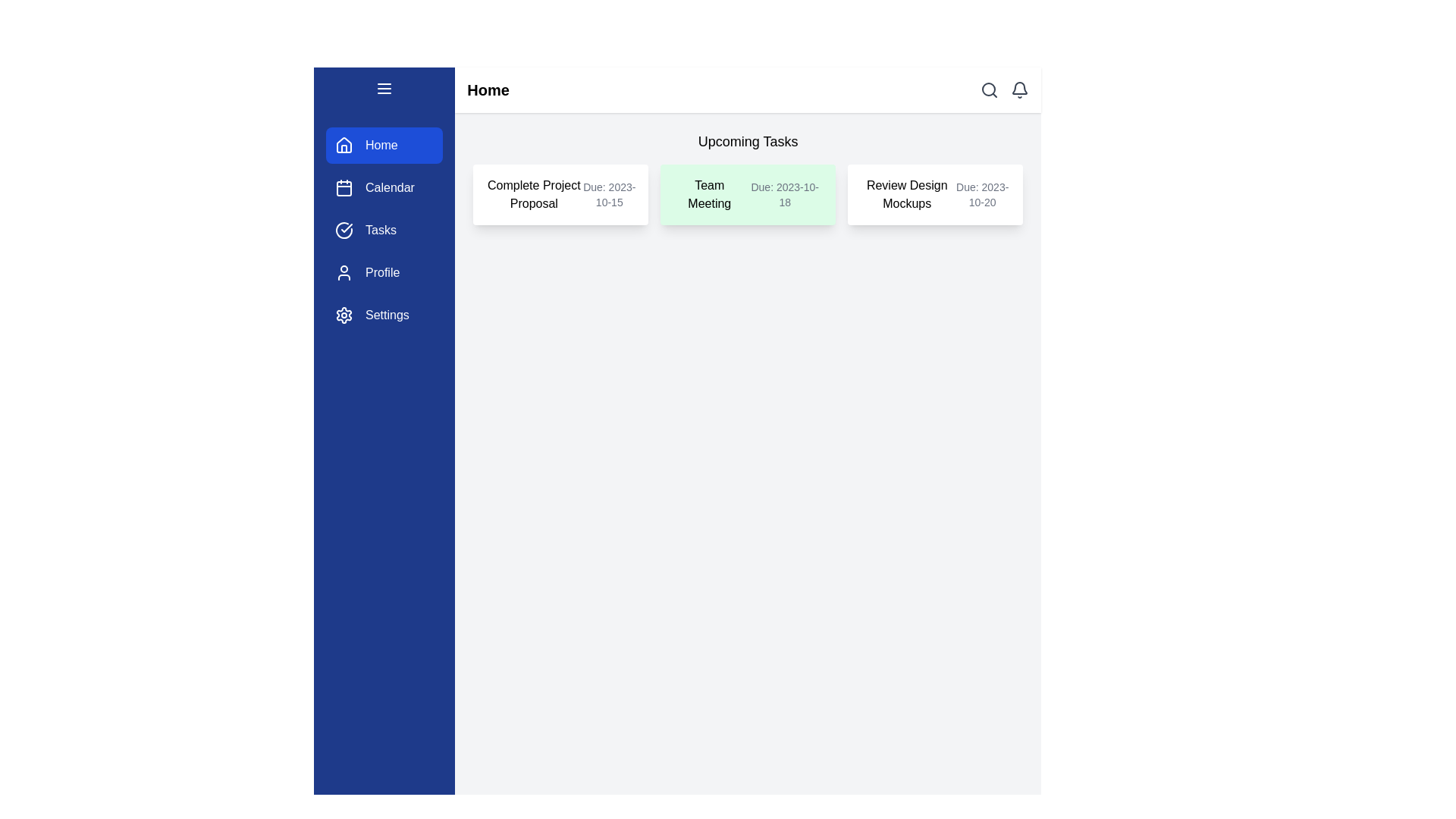 This screenshot has width=1456, height=819. What do you see at coordinates (907, 194) in the screenshot?
I see `the text label displaying 'Review Design Mockups' in the rightmost task card of the 'Upcoming Tasks' section` at bounding box center [907, 194].